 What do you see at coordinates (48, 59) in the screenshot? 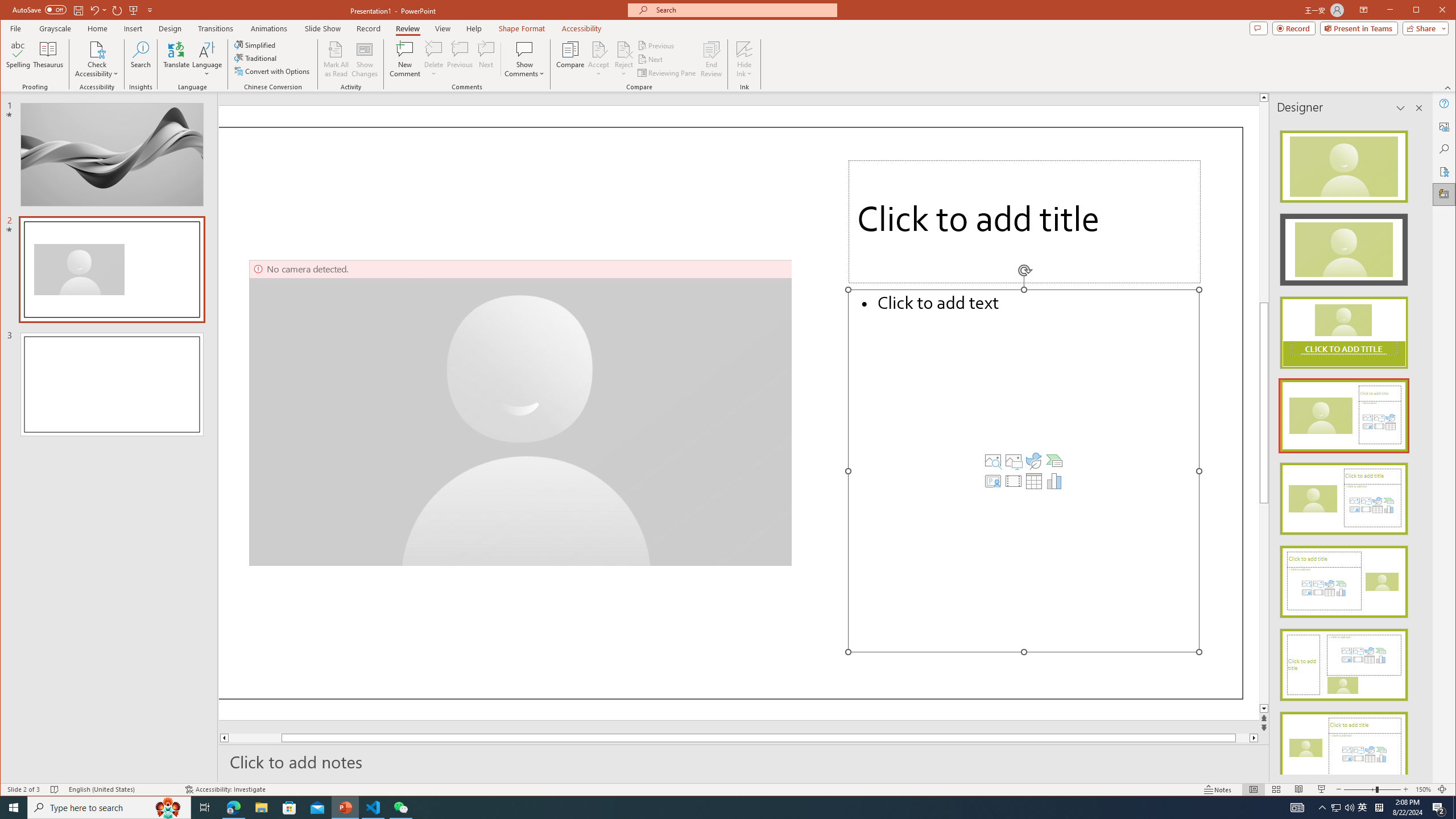
I see `'Thesaurus...'` at bounding box center [48, 59].